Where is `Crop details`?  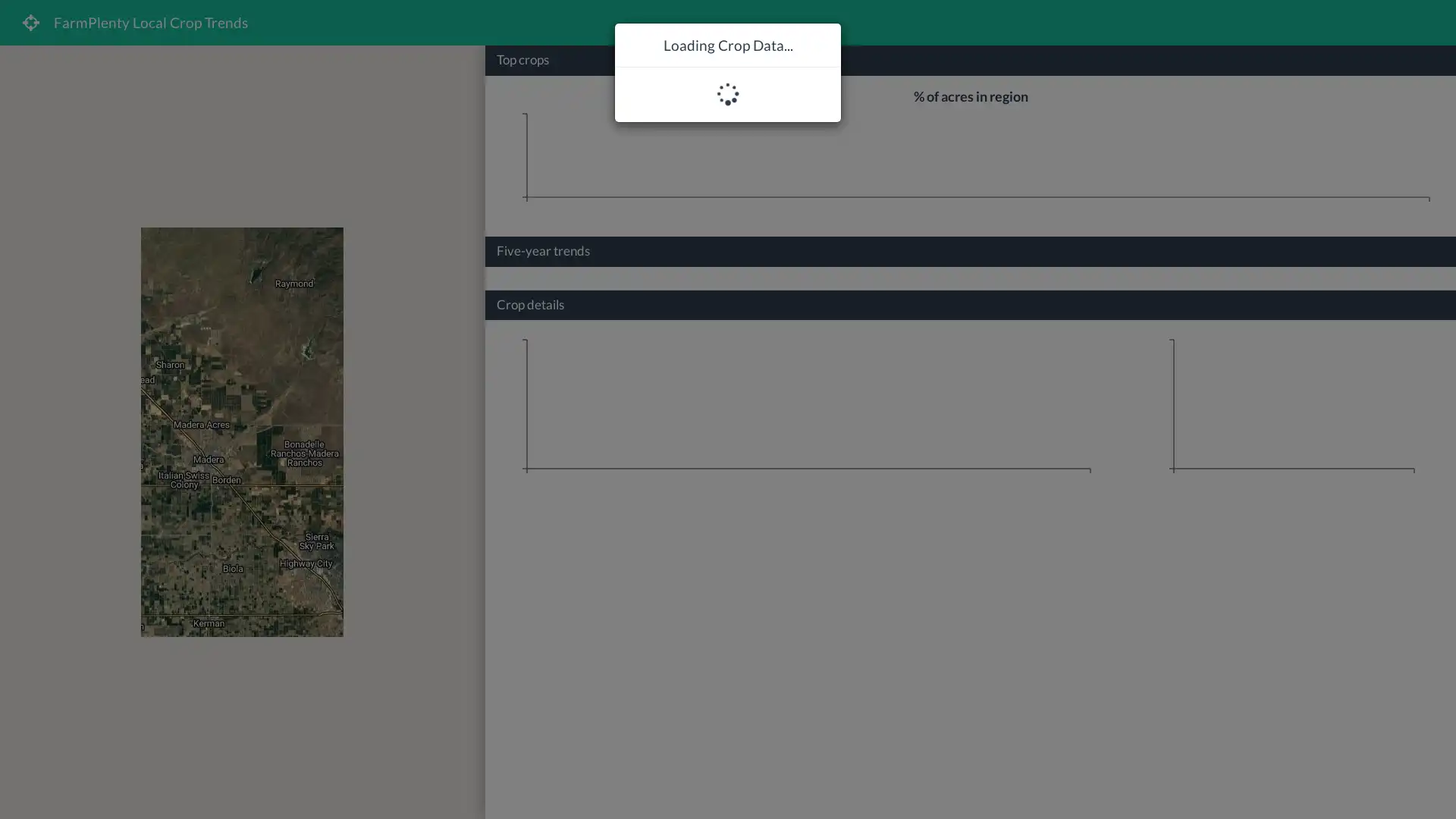 Crop details is located at coordinates (530, 303).